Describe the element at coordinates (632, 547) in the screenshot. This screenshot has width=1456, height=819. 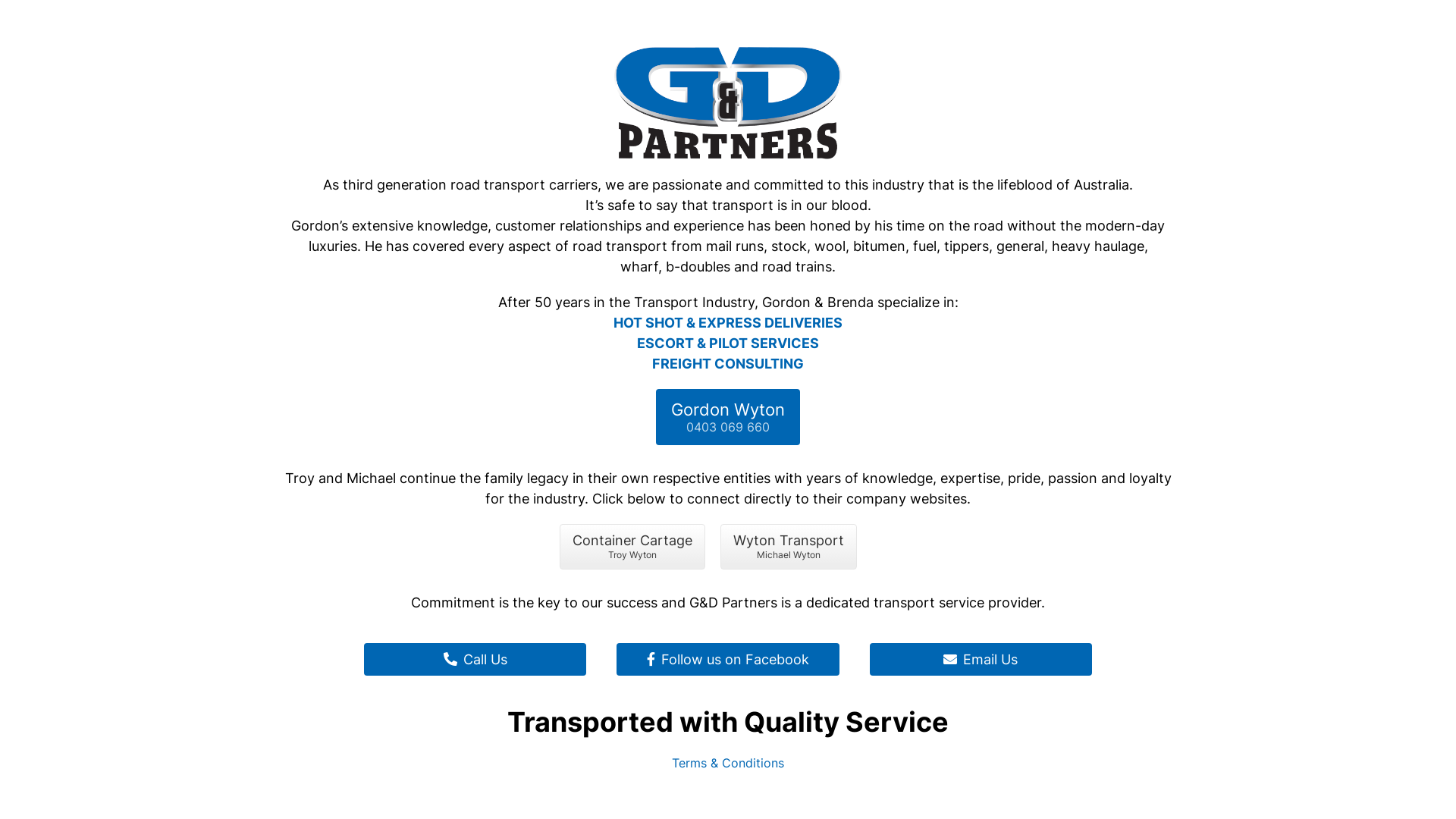
I see `'Container Cartage` at that location.